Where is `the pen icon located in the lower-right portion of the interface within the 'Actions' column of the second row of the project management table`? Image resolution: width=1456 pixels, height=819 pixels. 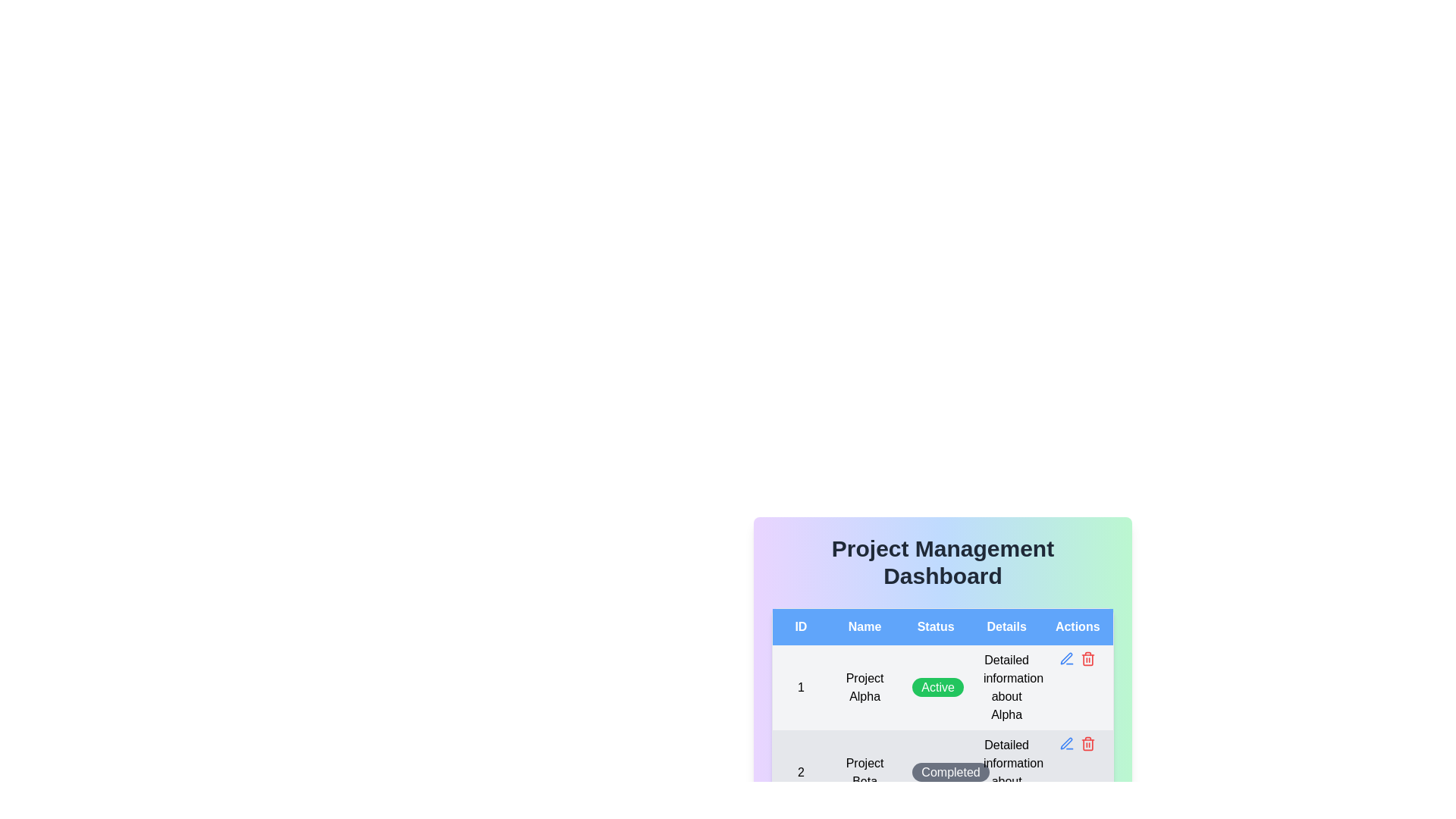
the pen icon located in the lower-right portion of the interface within the 'Actions' column of the second row of the project management table is located at coordinates (1065, 657).